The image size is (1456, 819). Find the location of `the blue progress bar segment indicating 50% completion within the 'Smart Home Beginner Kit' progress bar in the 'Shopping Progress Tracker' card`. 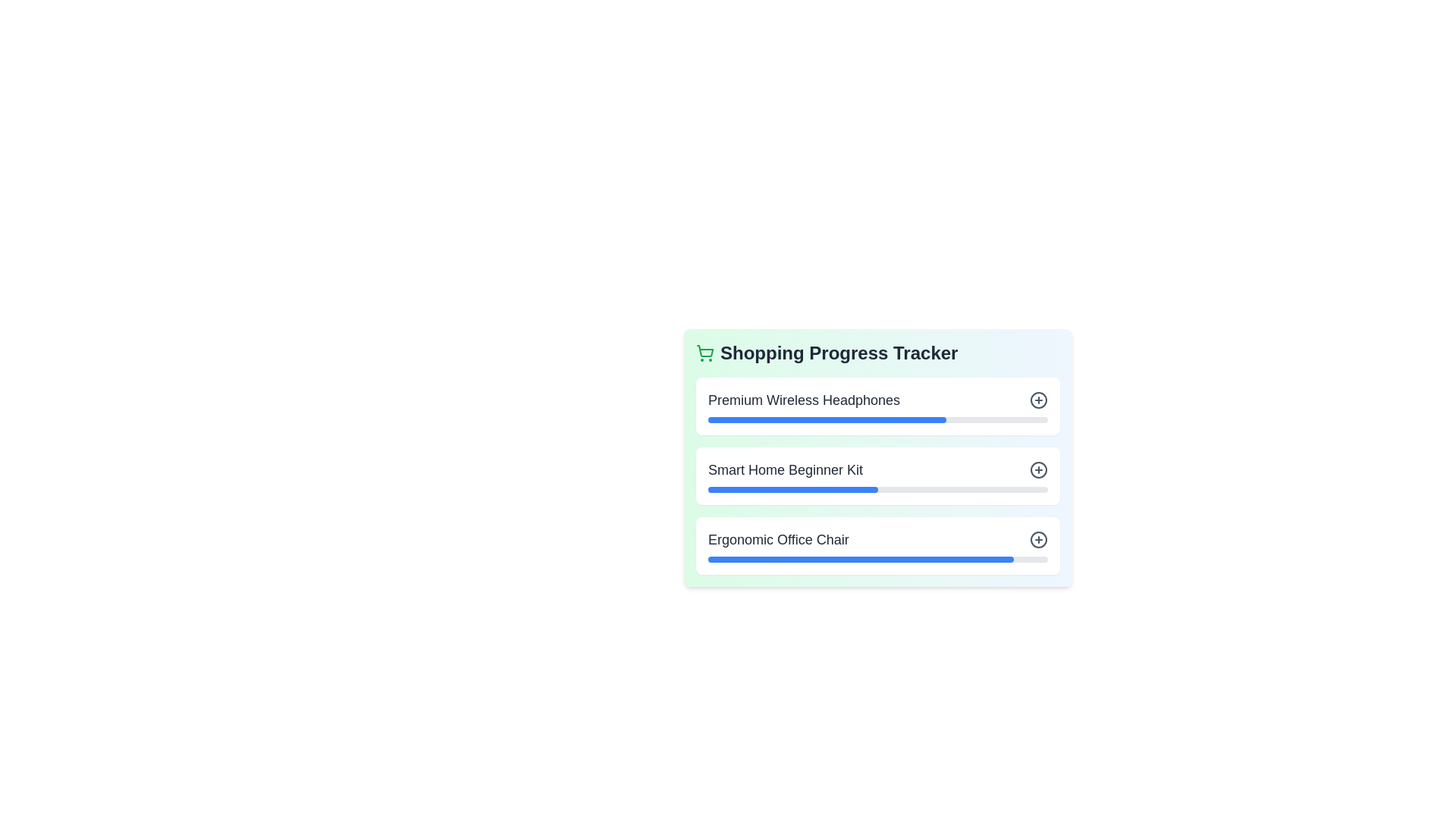

the blue progress bar segment indicating 50% completion within the 'Smart Home Beginner Kit' progress bar in the 'Shopping Progress Tracker' card is located at coordinates (792, 489).